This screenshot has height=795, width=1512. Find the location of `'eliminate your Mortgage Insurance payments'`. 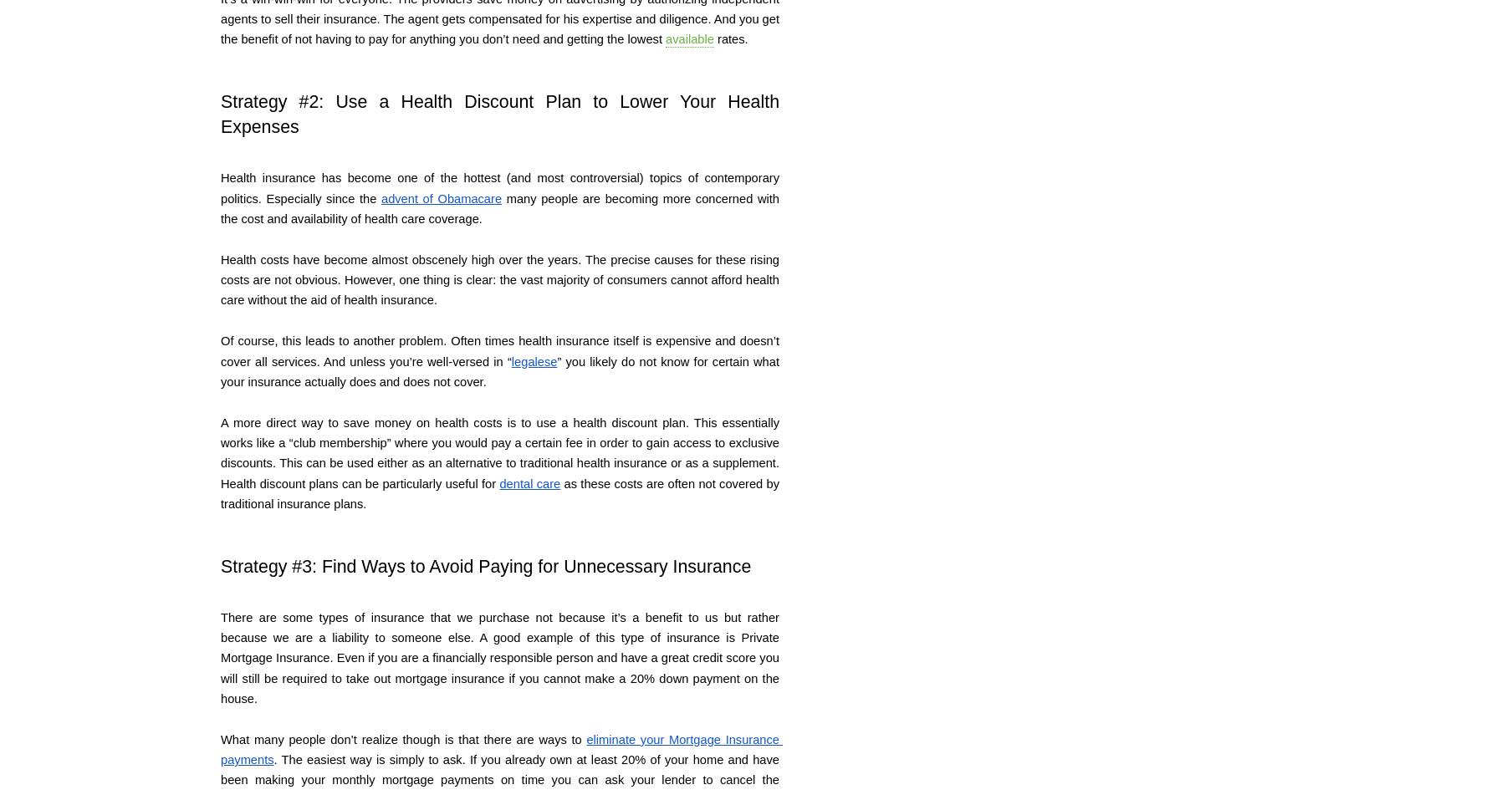

'eliminate your Mortgage Insurance payments' is located at coordinates (501, 748).